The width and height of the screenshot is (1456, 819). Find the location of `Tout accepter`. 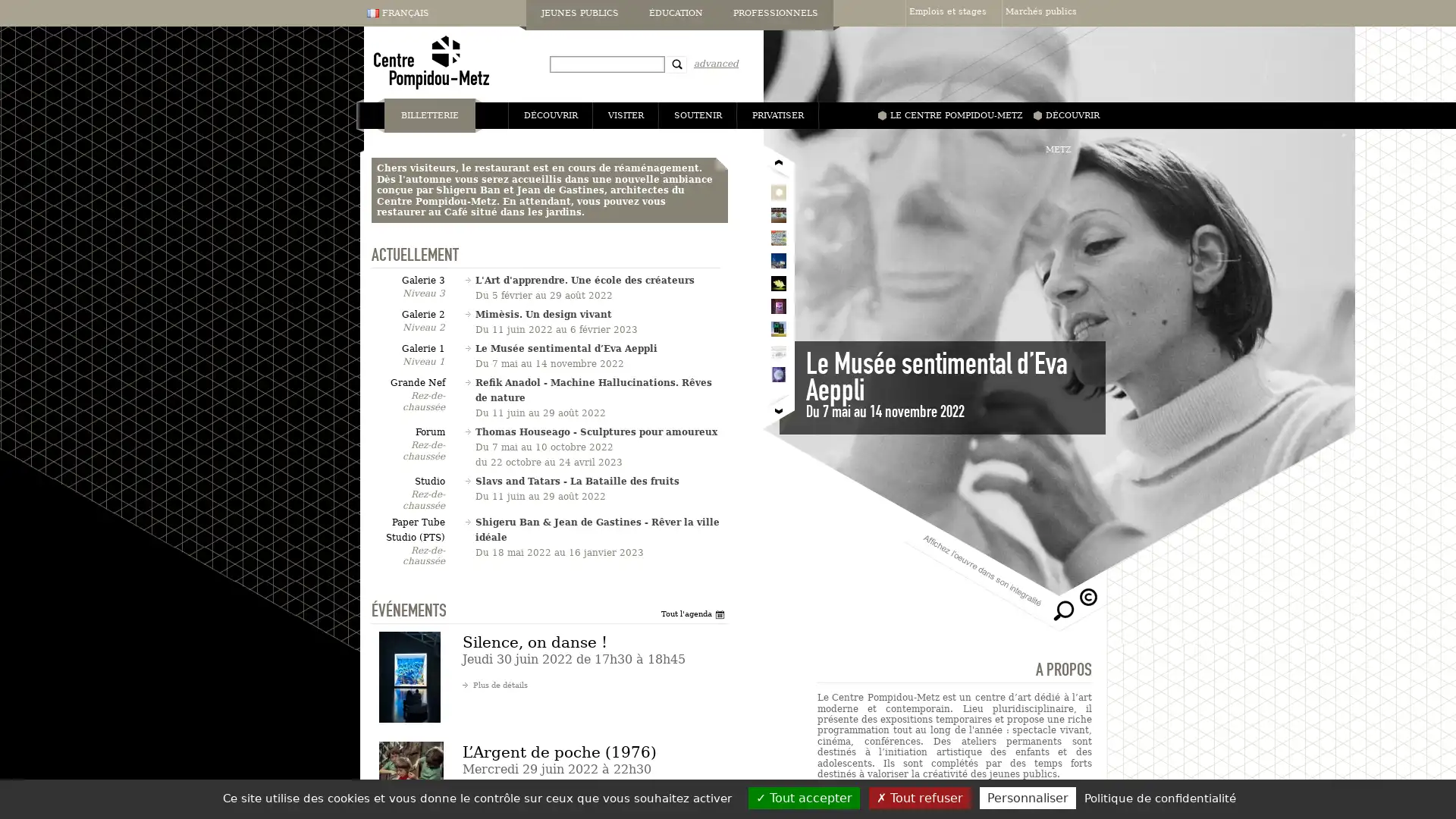

Tout accepter is located at coordinates (803, 797).